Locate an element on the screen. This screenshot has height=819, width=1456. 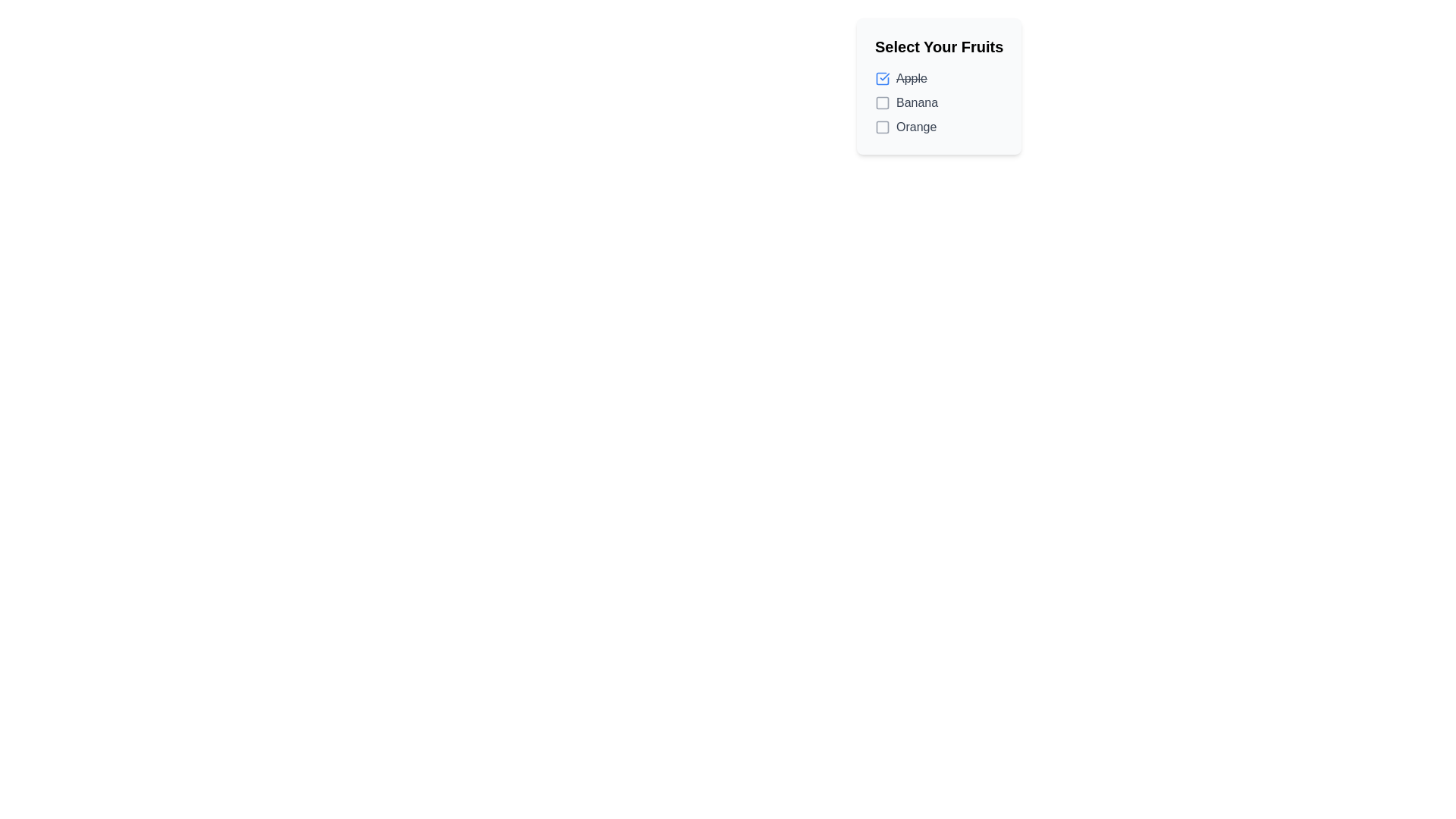
the checkbox associated with the 'Apple' option is located at coordinates (882, 79).